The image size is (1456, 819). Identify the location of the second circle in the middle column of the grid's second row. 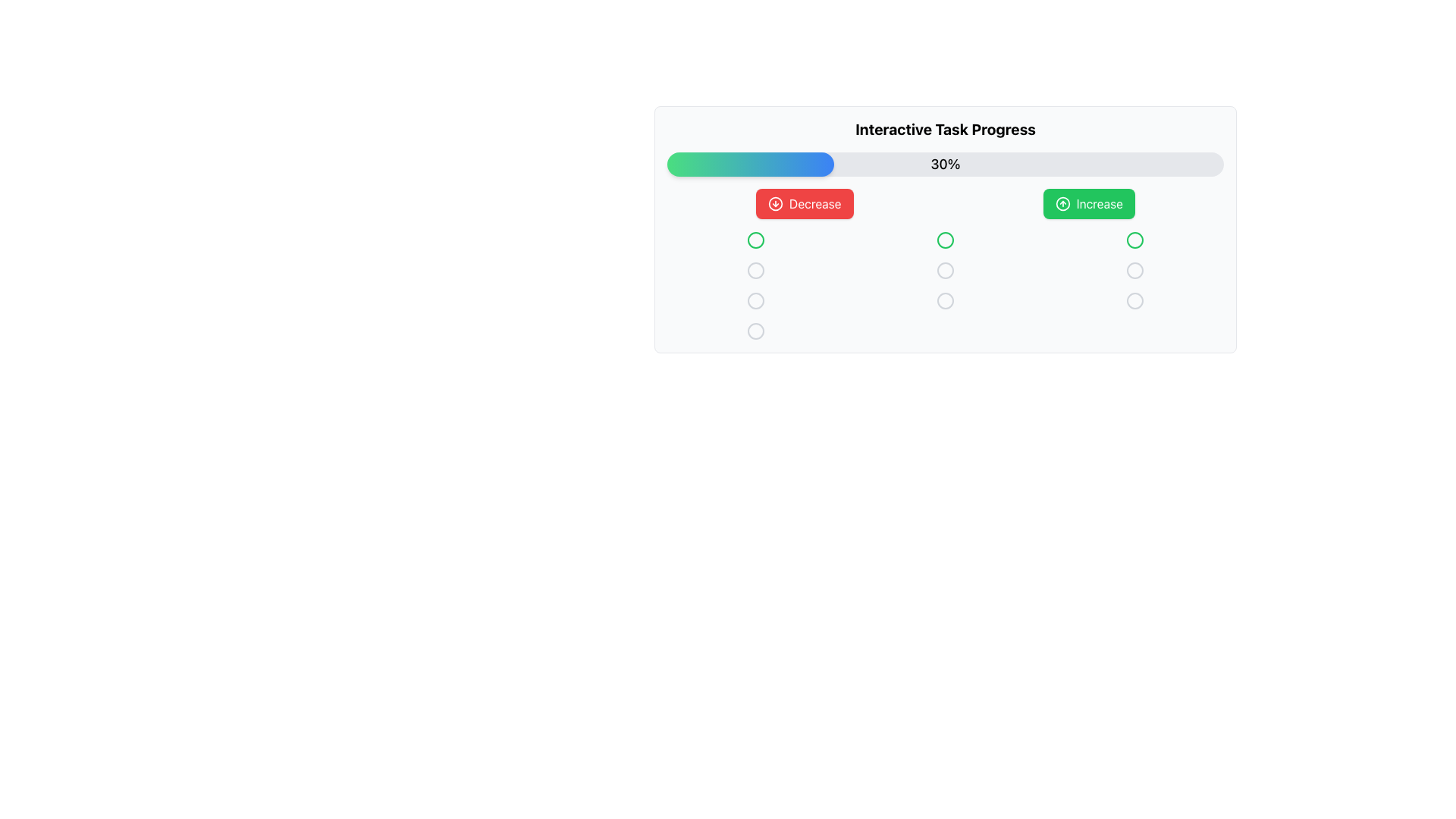
(945, 270).